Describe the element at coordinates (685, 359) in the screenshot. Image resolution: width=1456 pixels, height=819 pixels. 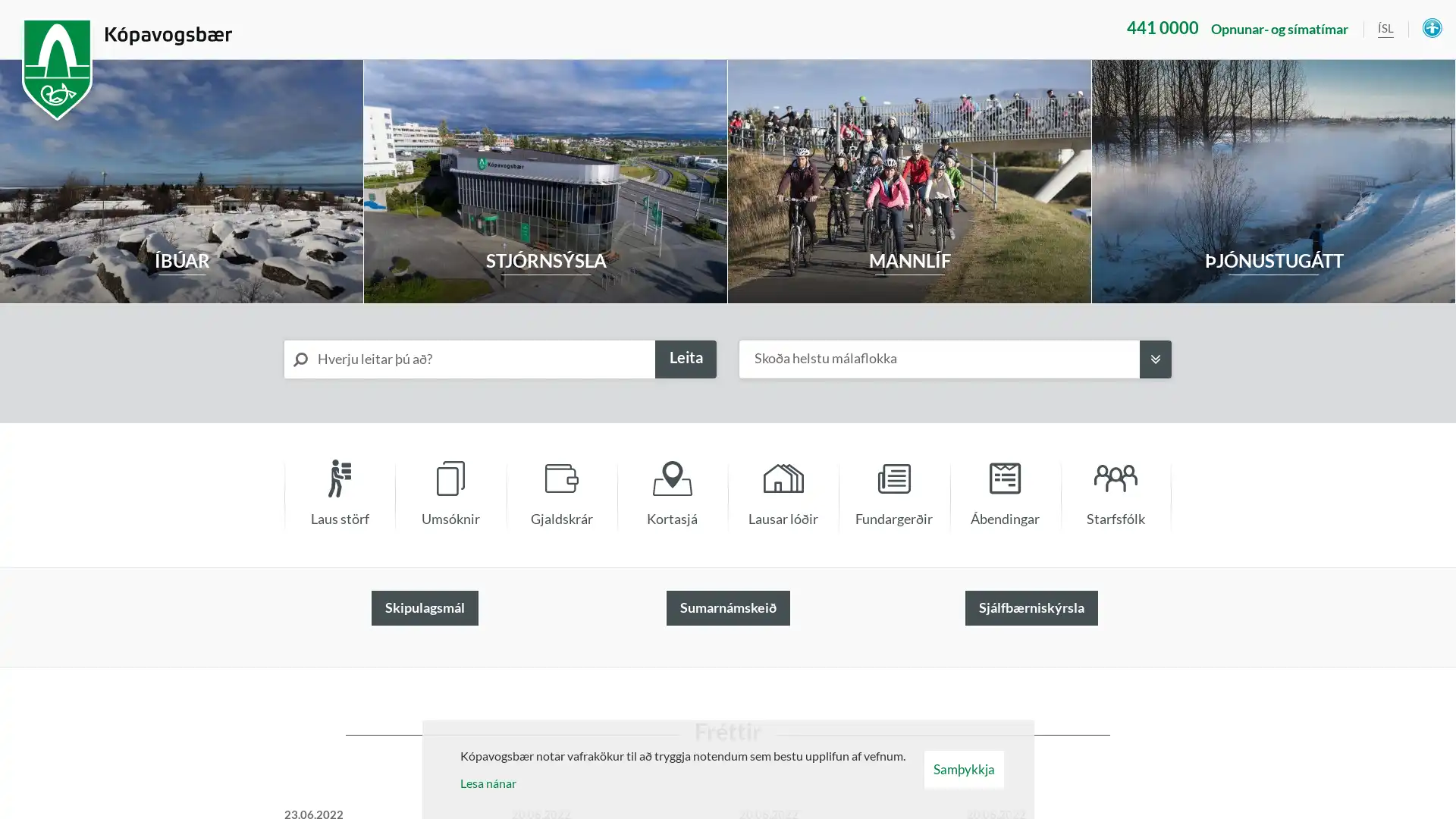
I see `Leita` at that location.